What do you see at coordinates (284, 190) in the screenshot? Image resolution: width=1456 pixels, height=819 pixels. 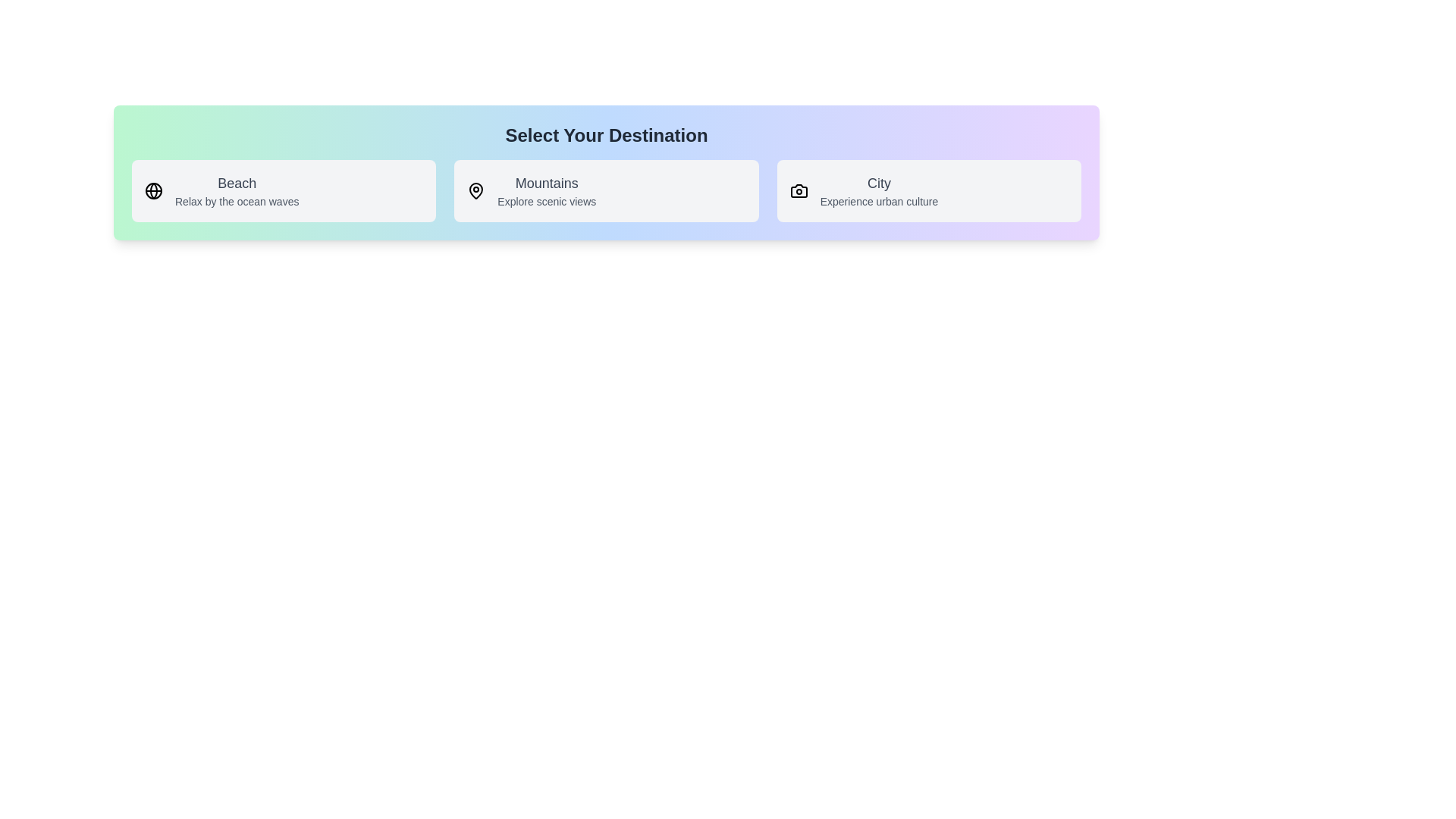 I see `the 'Beach' card component to trigger the animation effect, which is the first card in a grid layout of destination cards` at bounding box center [284, 190].